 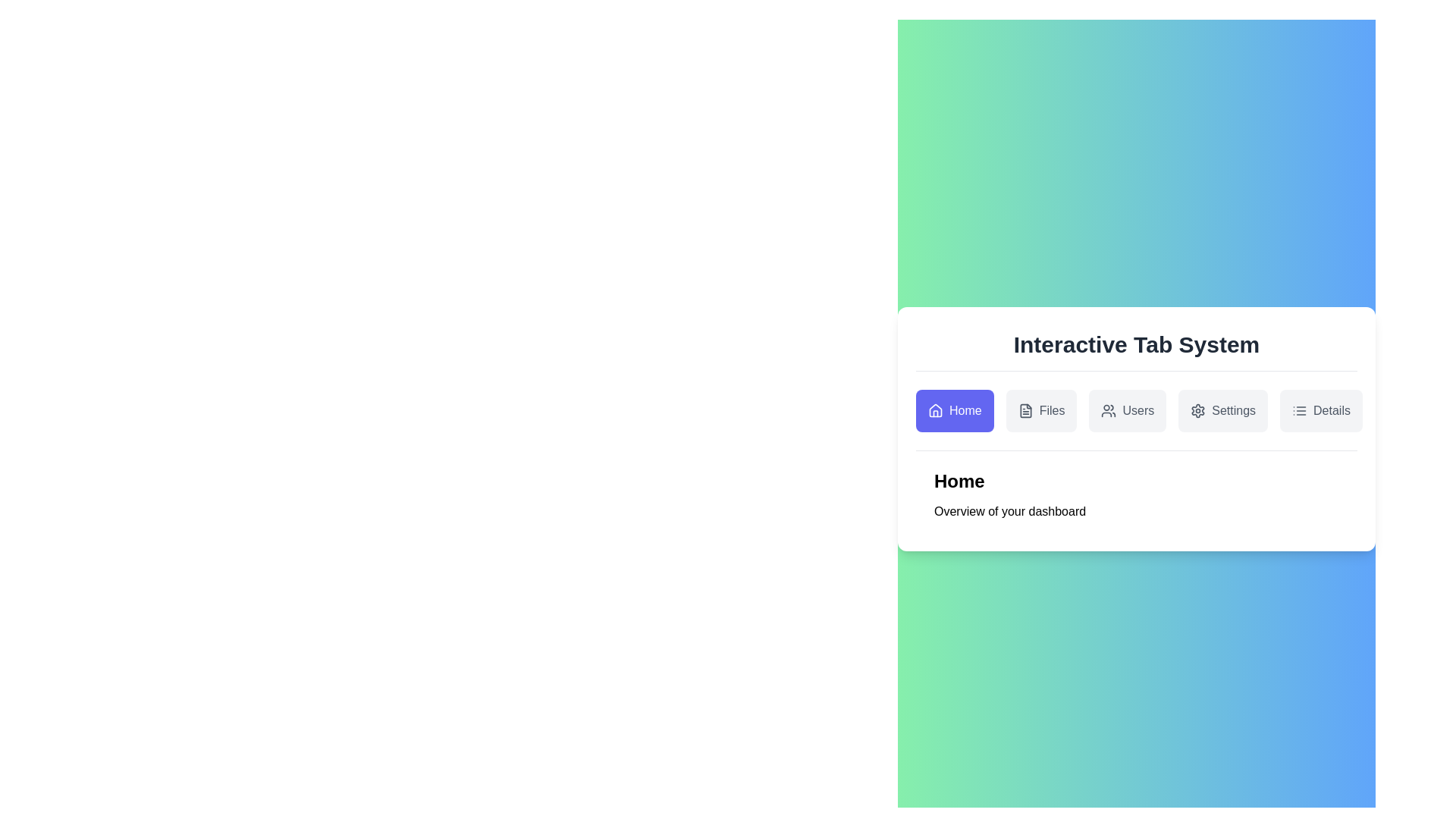 What do you see at coordinates (1136, 345) in the screenshot?
I see `text displayed in the 'Interactive Tab System' Text element, which is large and bold, centered near the top of the interface` at bounding box center [1136, 345].